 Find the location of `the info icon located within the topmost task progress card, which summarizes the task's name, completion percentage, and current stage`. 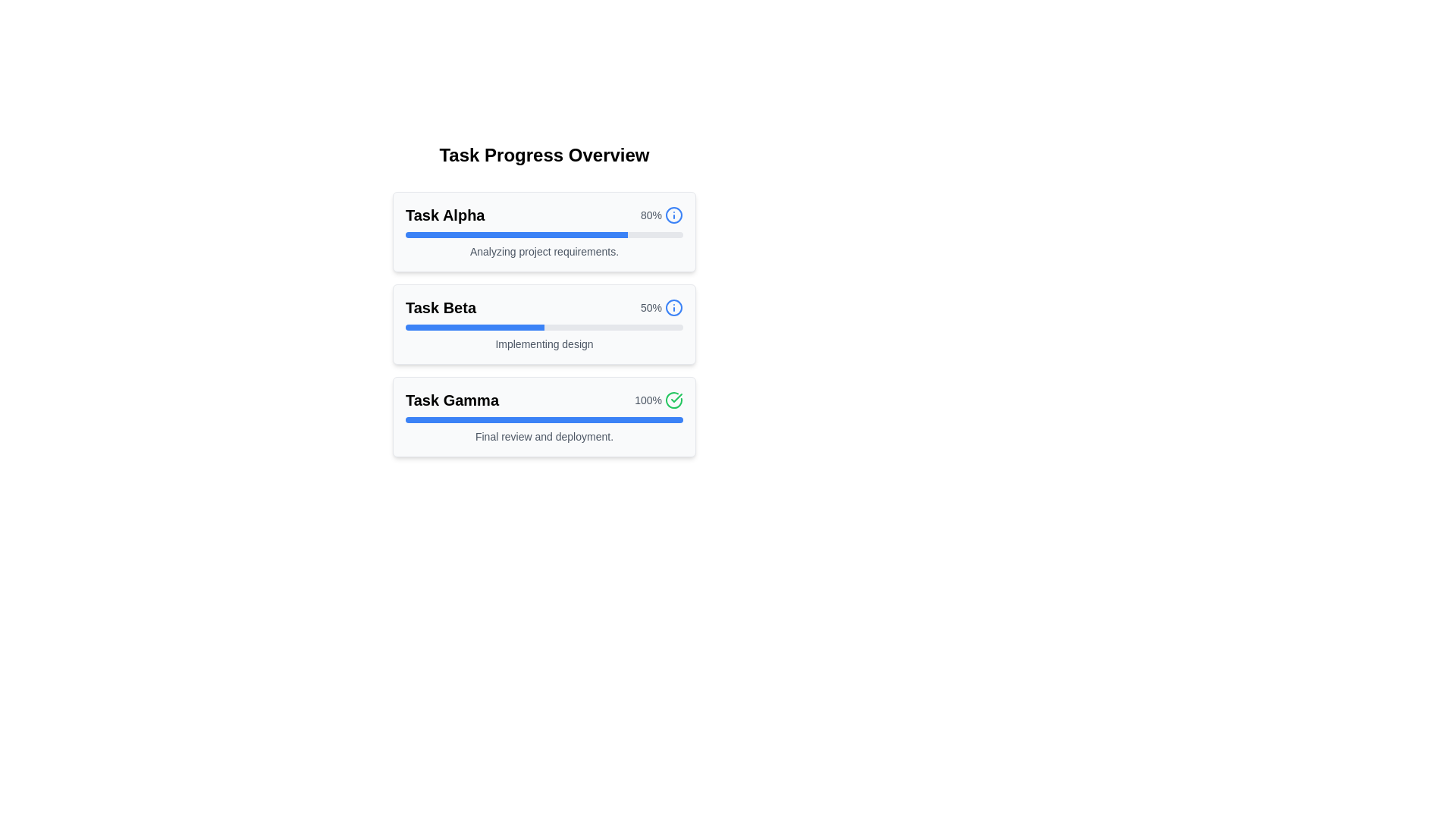

the info icon located within the topmost task progress card, which summarizes the task's name, completion percentage, and current stage is located at coordinates (544, 231).